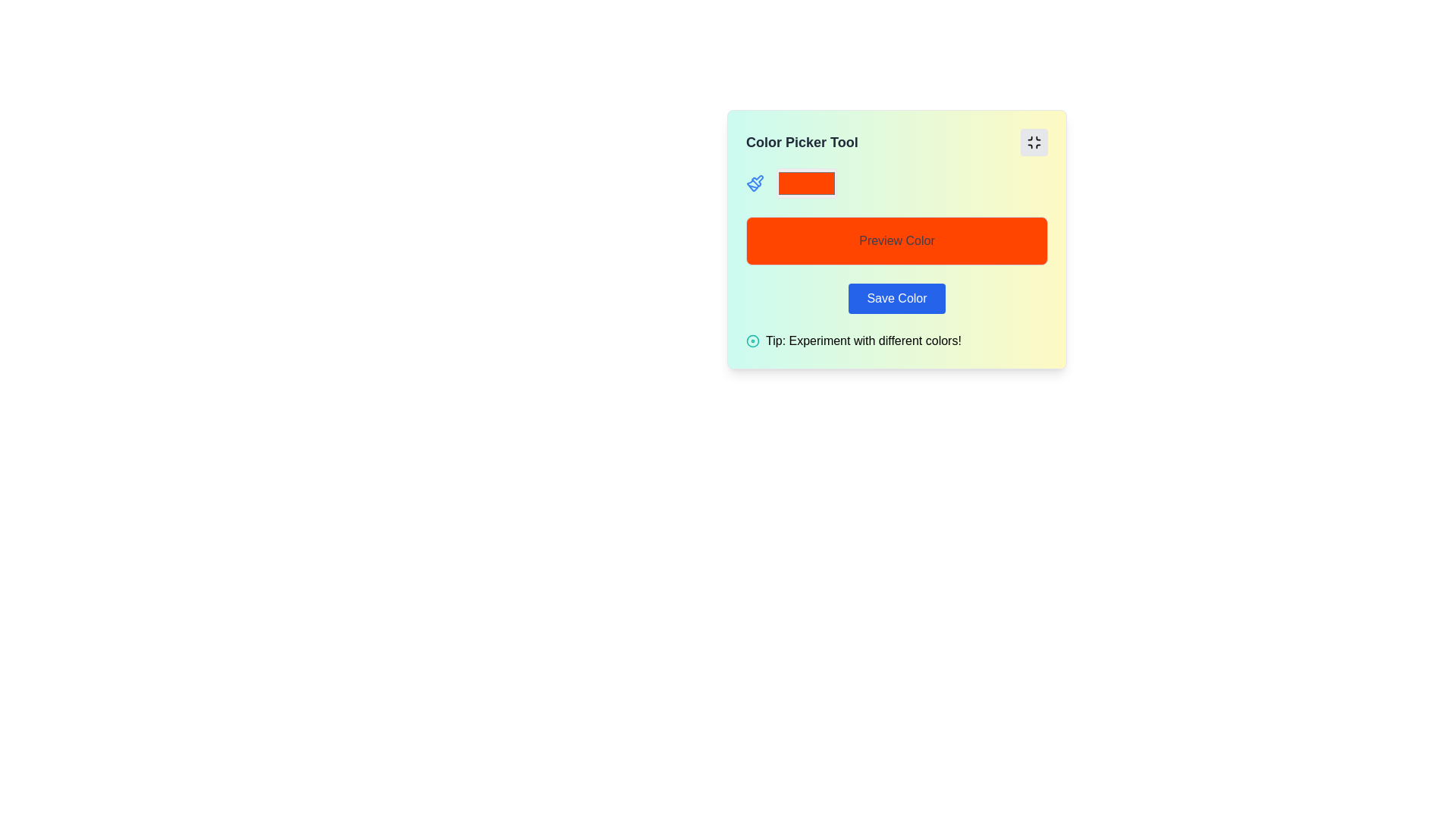 The height and width of the screenshot is (819, 1456). I want to click on the button that confirms the selected color, located below the 'Preview Color' button and above the 'Tip: Experiment with different colors!' text, so click(896, 298).